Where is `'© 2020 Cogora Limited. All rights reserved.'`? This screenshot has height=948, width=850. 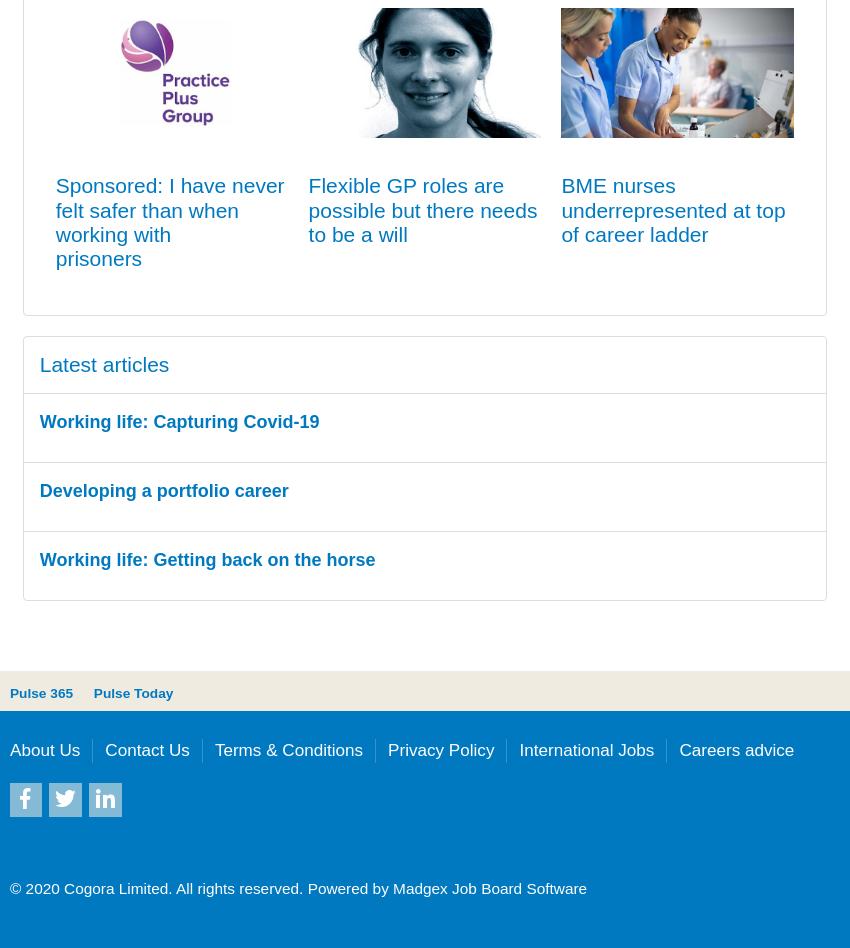 '© 2020 Cogora Limited. All rights reserved.' is located at coordinates (9, 886).